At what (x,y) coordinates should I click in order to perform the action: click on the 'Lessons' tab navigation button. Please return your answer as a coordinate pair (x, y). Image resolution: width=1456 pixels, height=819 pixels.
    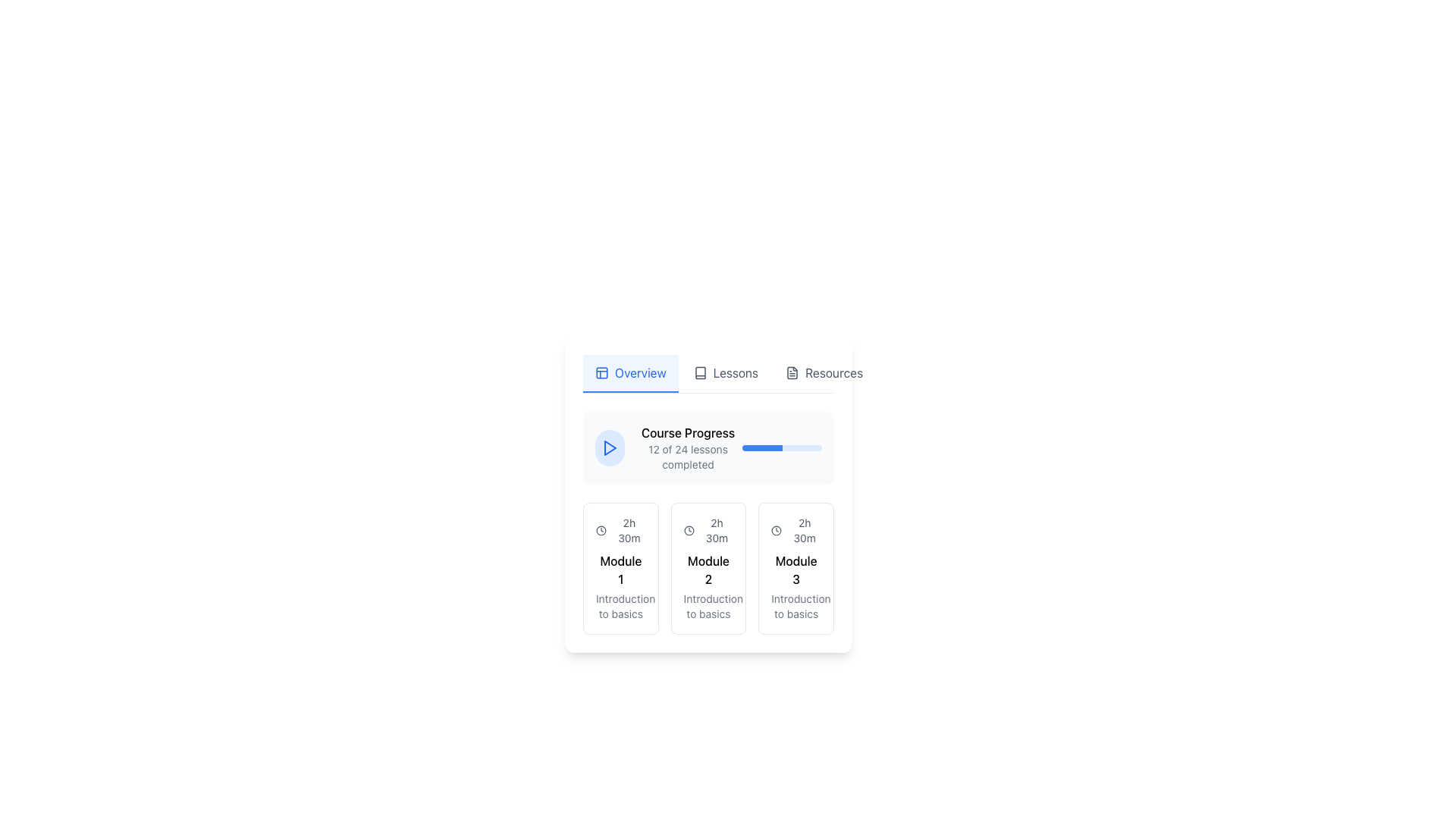
    Looking at the image, I should click on (725, 374).